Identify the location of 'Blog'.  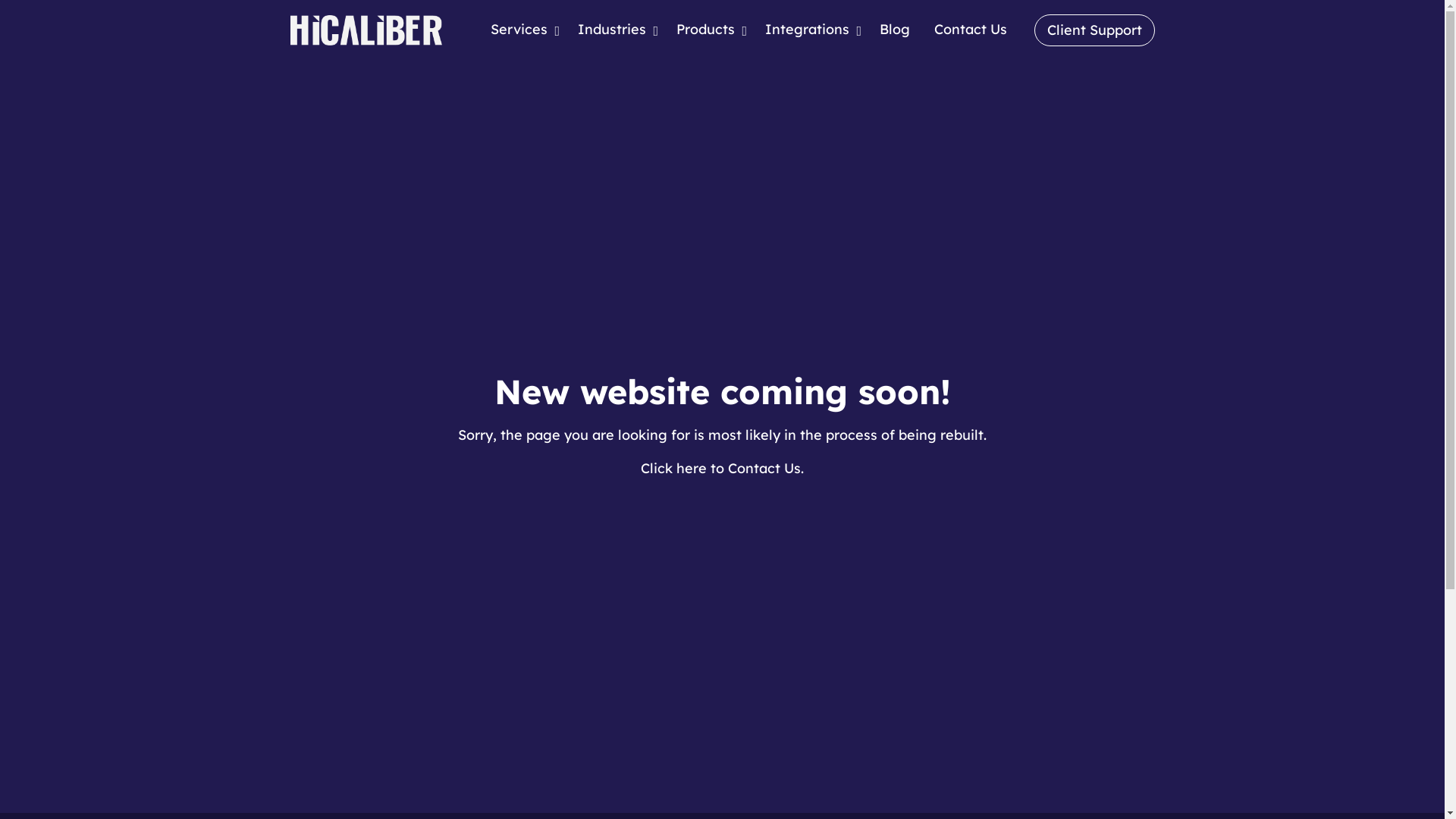
(895, 29).